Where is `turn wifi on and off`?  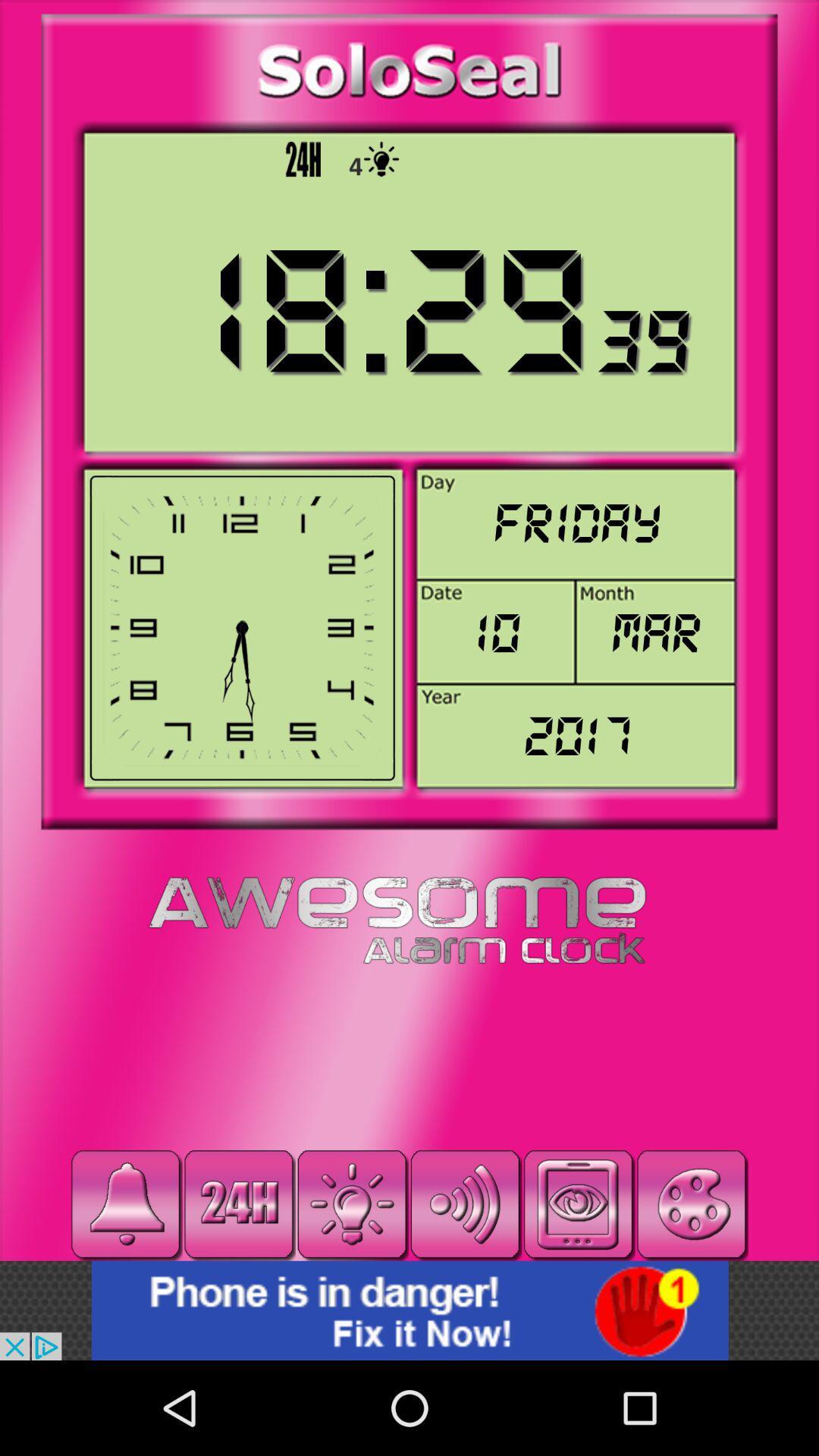
turn wifi on and off is located at coordinates (464, 1203).